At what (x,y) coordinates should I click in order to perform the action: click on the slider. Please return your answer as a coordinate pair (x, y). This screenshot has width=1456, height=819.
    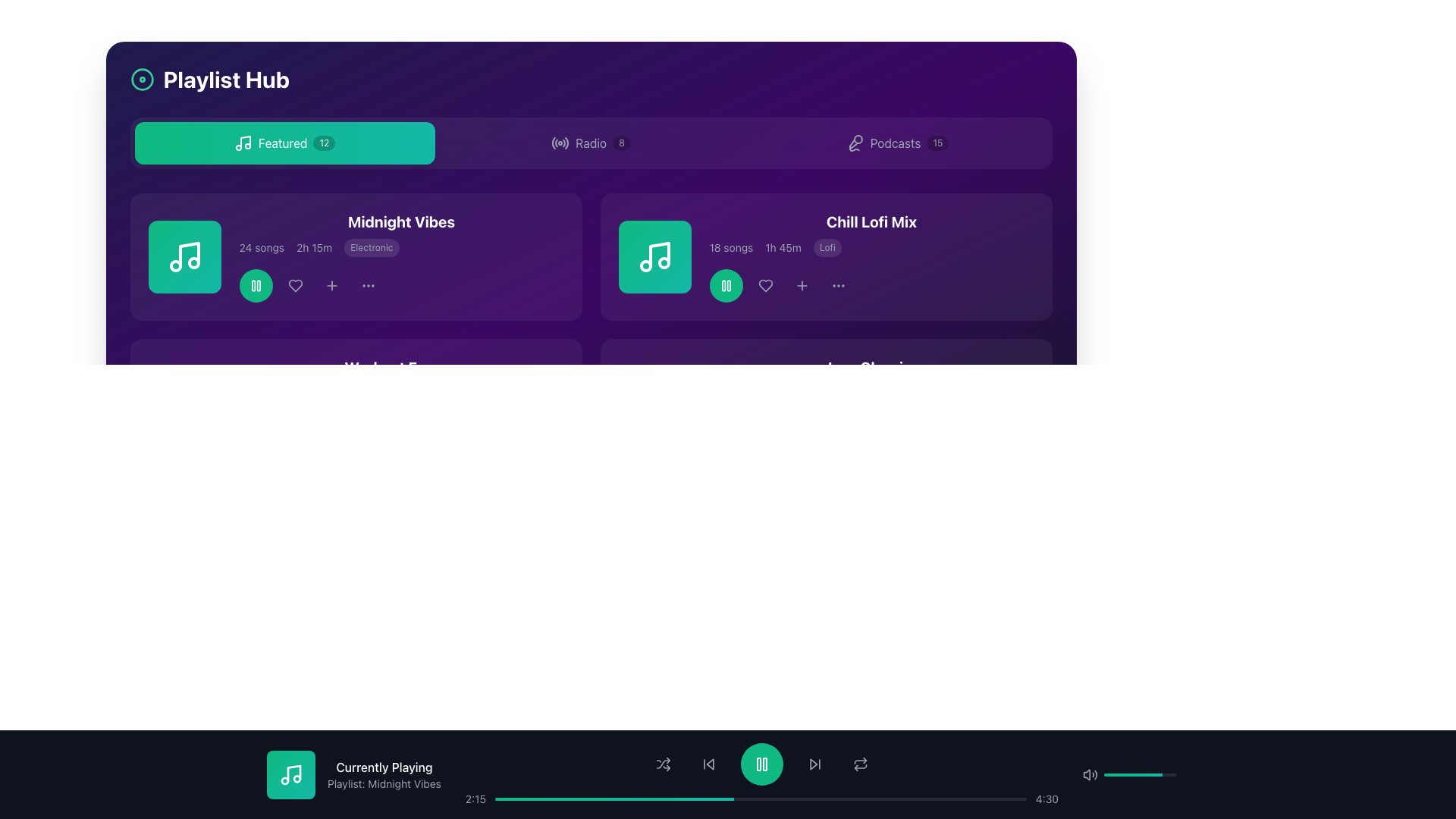
    Looking at the image, I should click on (1110, 775).